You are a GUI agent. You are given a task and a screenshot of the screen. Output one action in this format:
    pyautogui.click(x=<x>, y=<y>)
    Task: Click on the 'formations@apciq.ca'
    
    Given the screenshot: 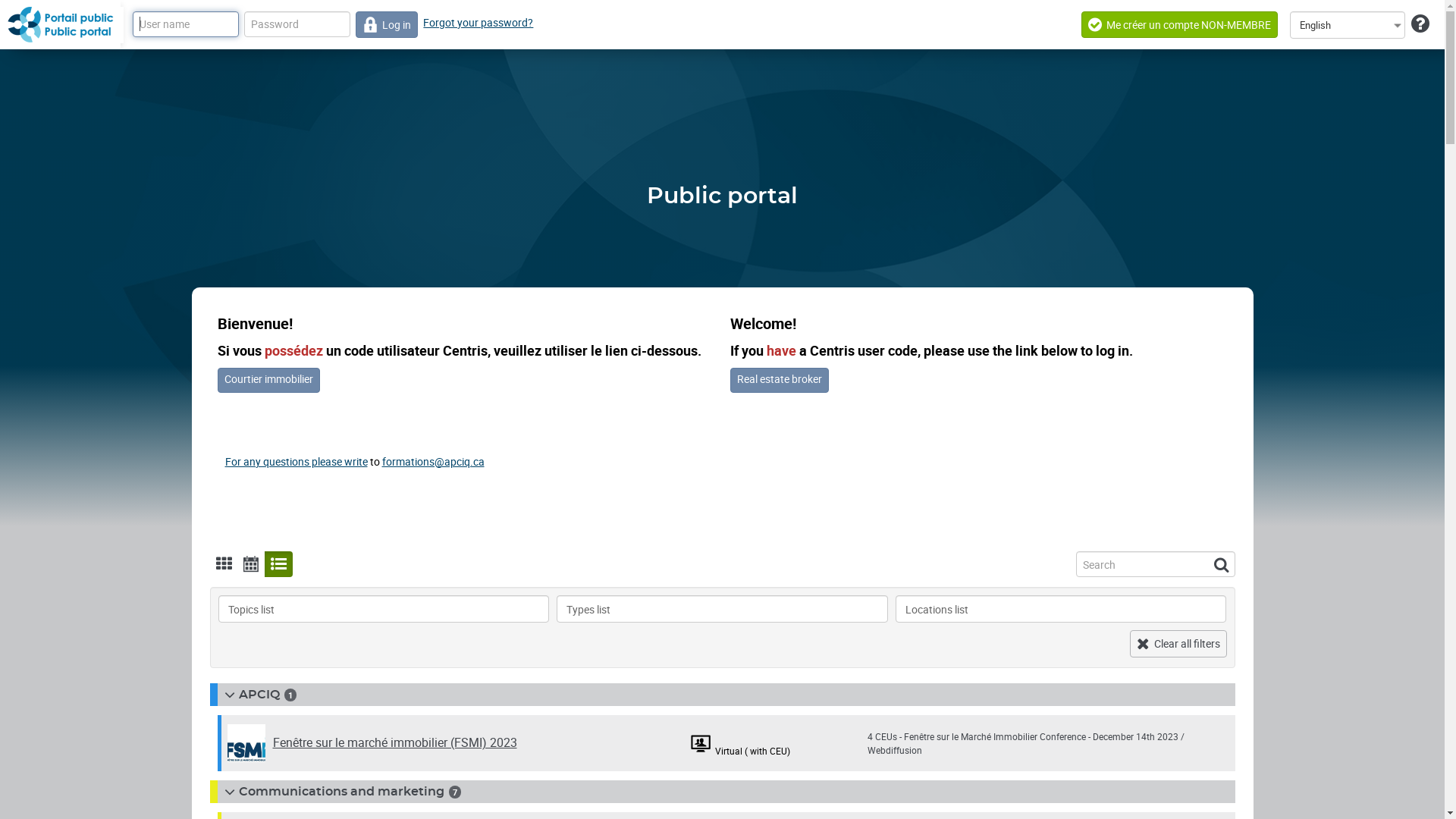 What is the action you would take?
    pyautogui.click(x=432, y=460)
    